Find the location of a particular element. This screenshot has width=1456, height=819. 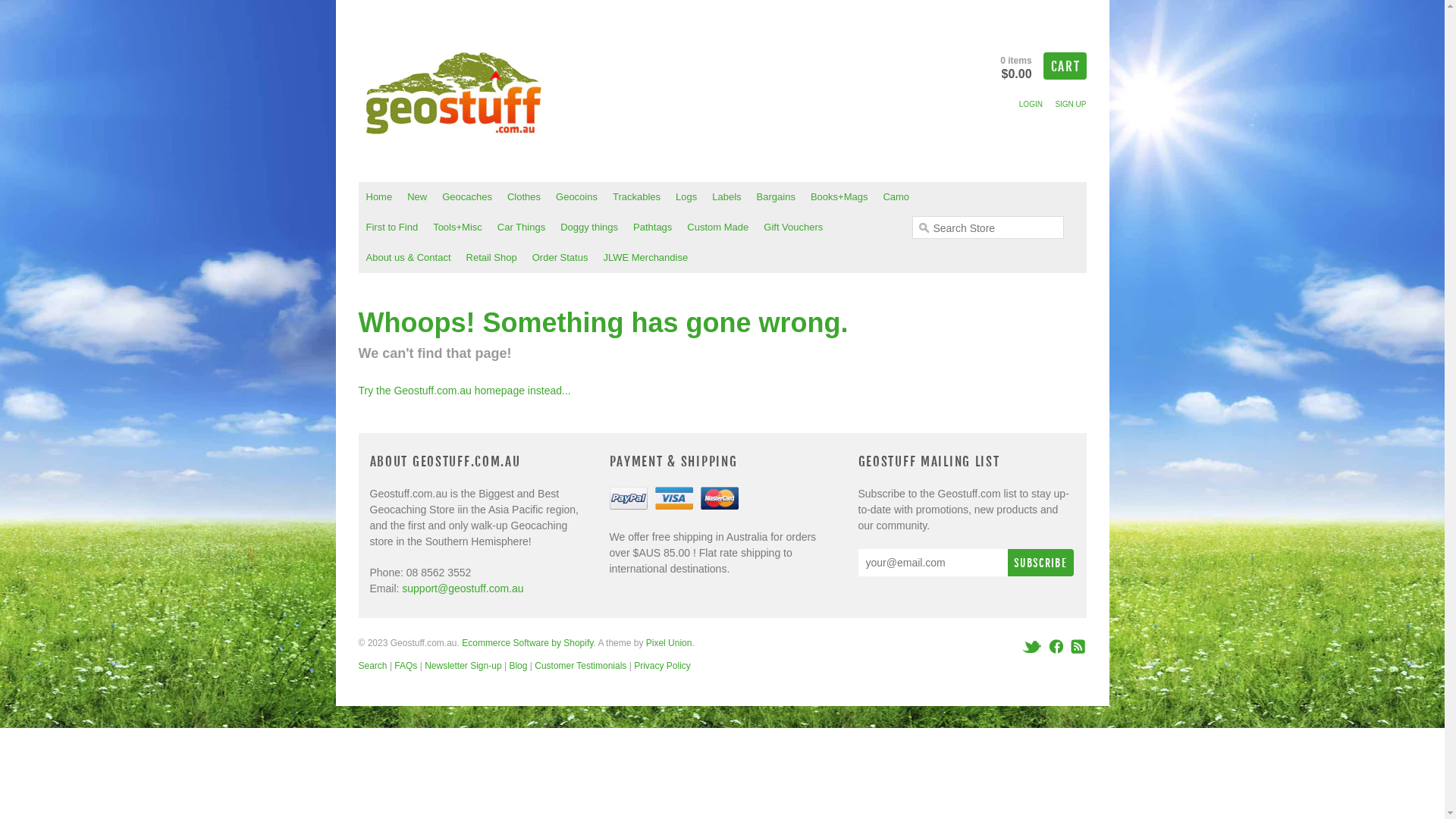

'Logs' is located at coordinates (686, 196).